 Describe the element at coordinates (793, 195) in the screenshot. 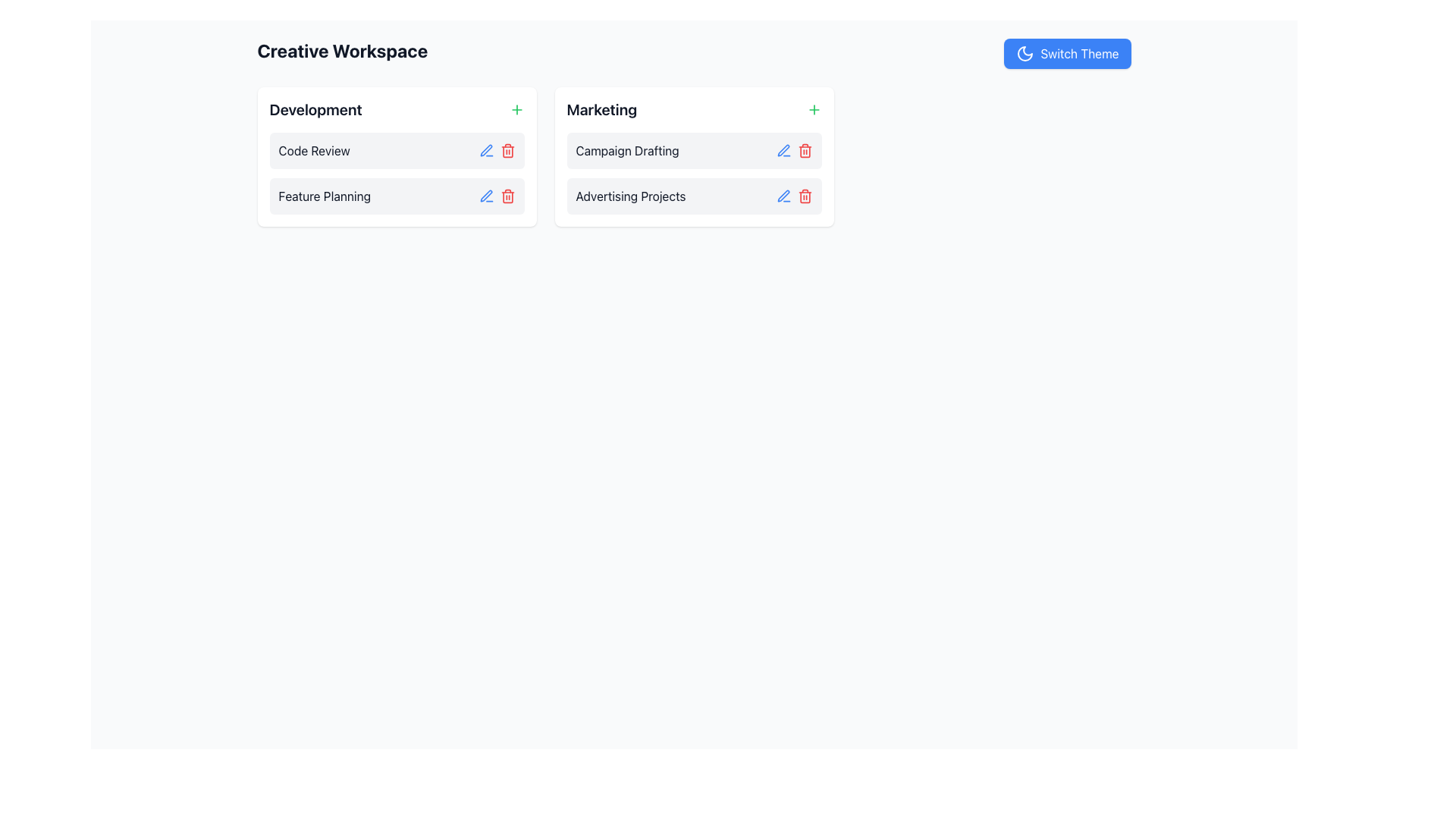

I see `the interactive toolbar icons located in the bottom-right corner of the 'Advertising Projects' card in the 'Marketing' column` at that location.